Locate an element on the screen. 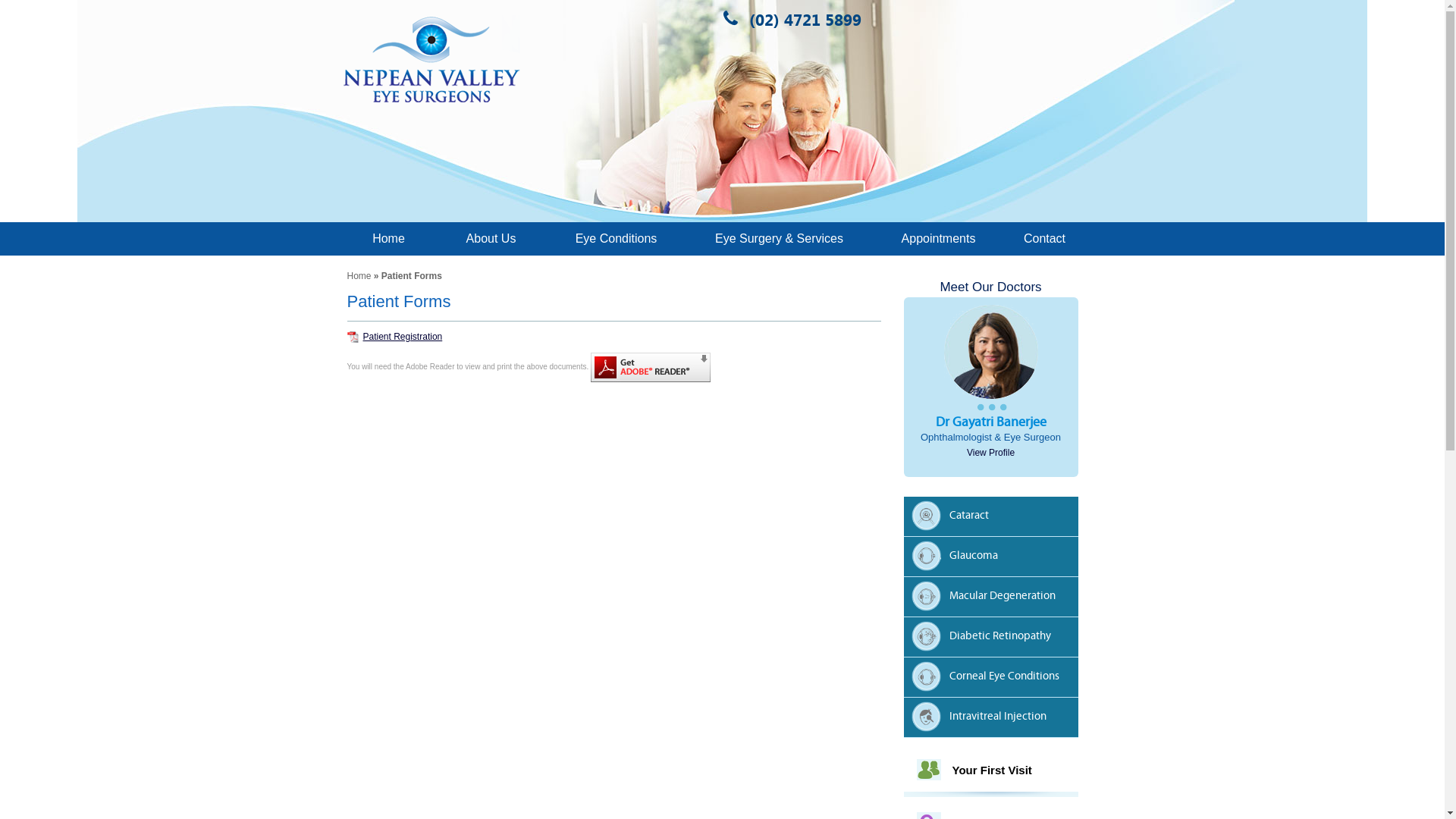 The width and height of the screenshot is (1456, 819). 'Contact' is located at coordinates (1043, 238).